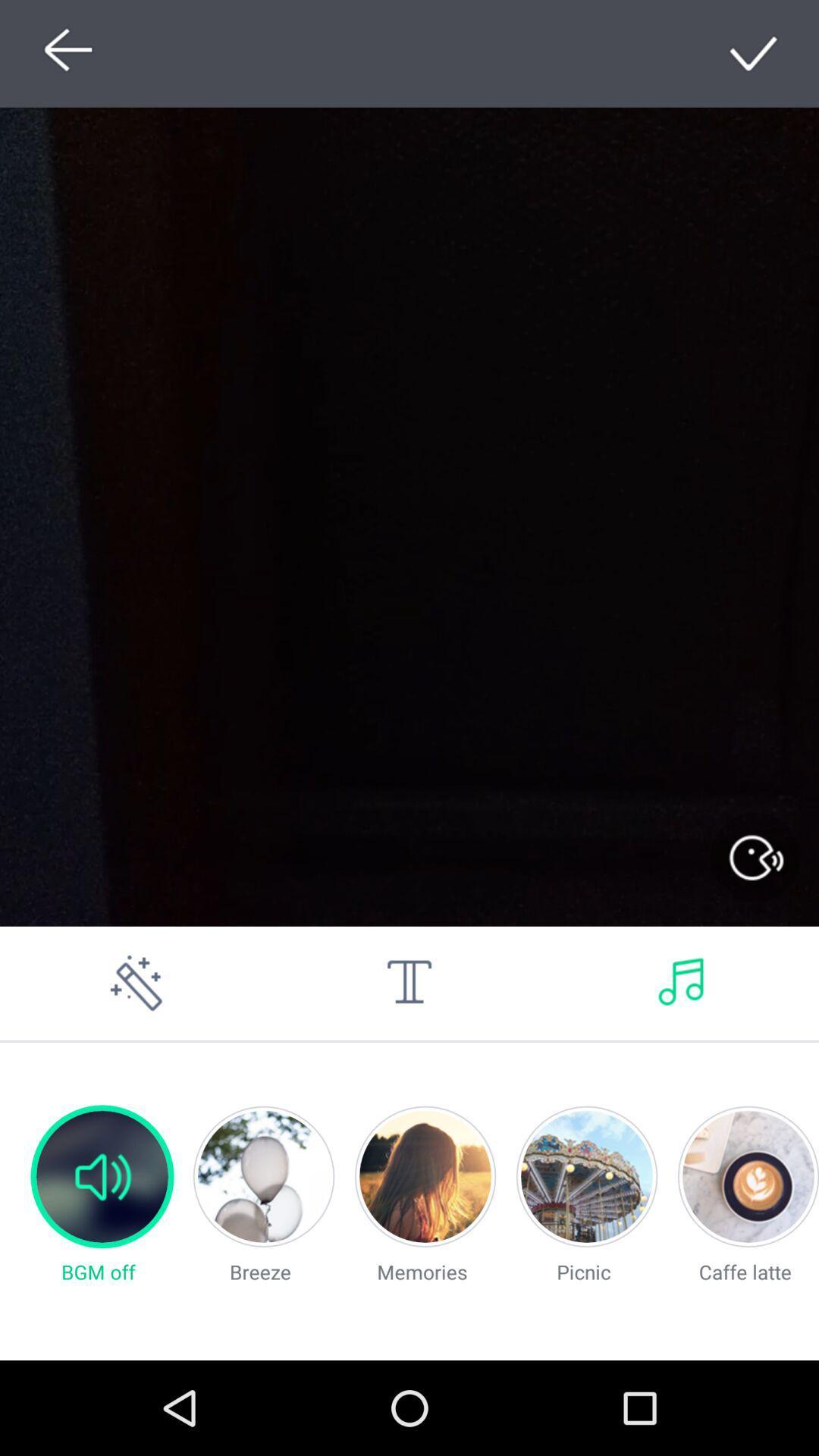 The height and width of the screenshot is (1456, 819). I want to click on music image, so click(681, 983).